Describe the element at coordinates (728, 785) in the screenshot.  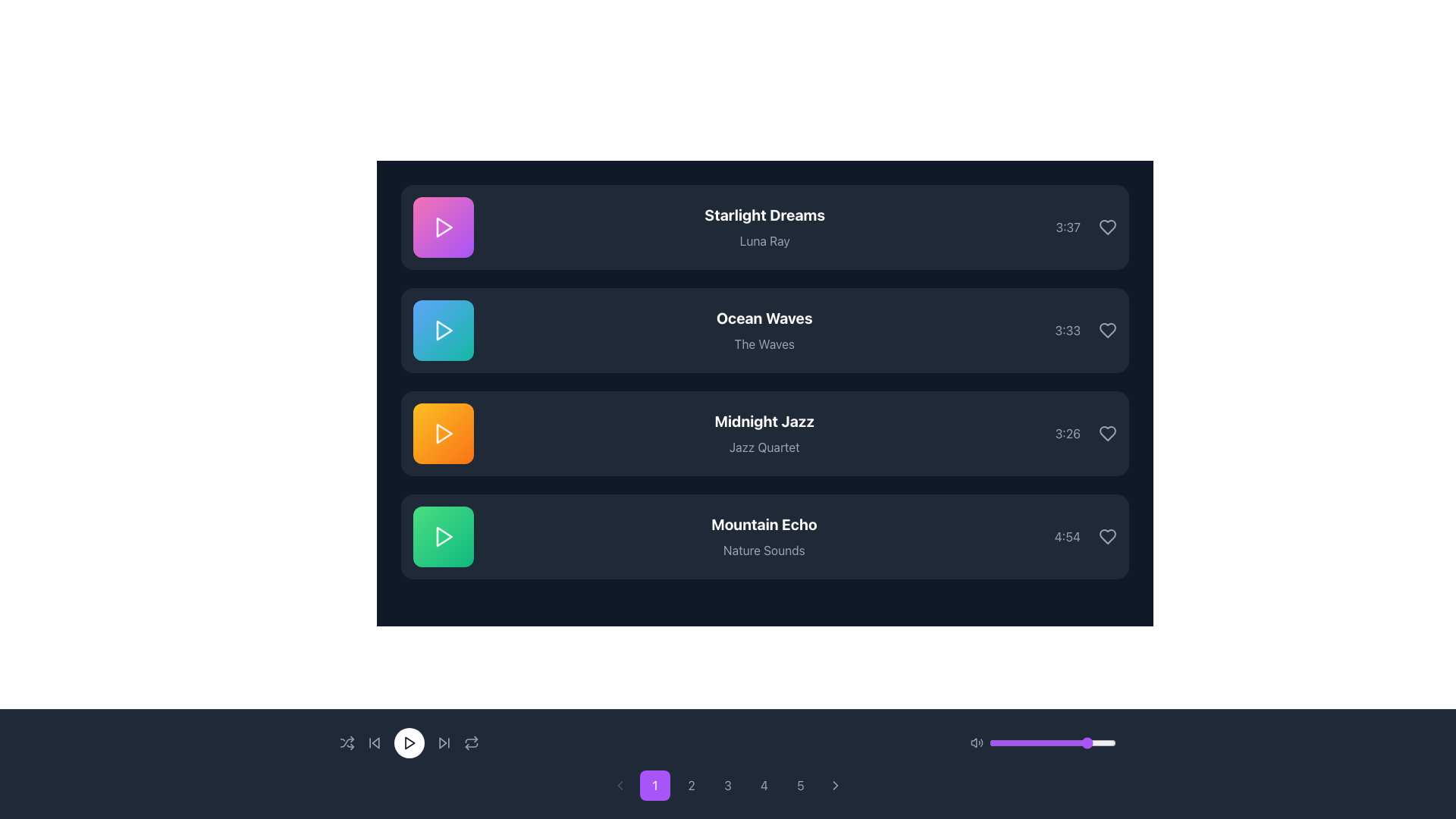
I see `the button labeled '3' in the navigation bar` at that location.